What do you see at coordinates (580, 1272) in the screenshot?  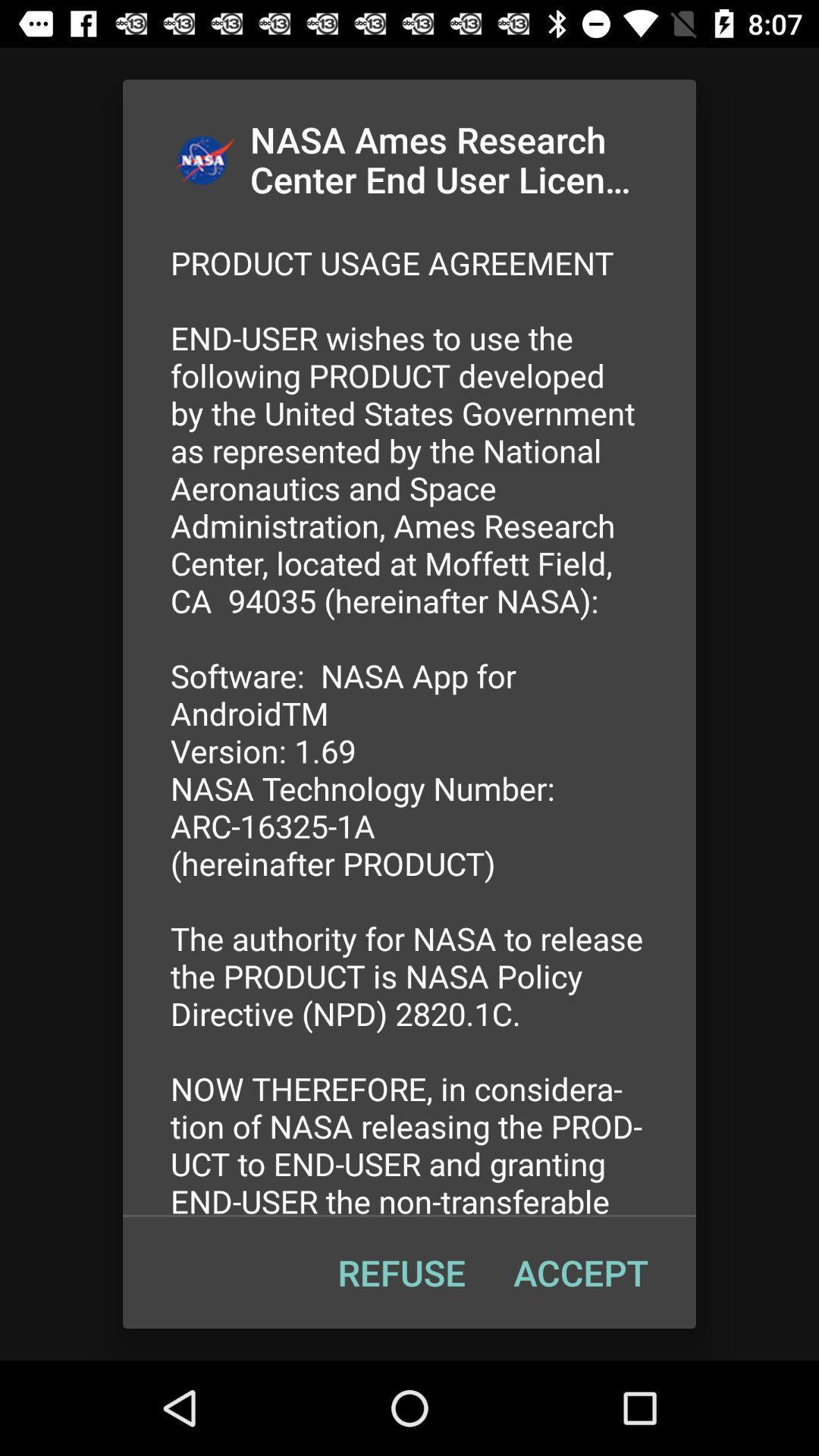 I see `item to the right of the refuse` at bounding box center [580, 1272].